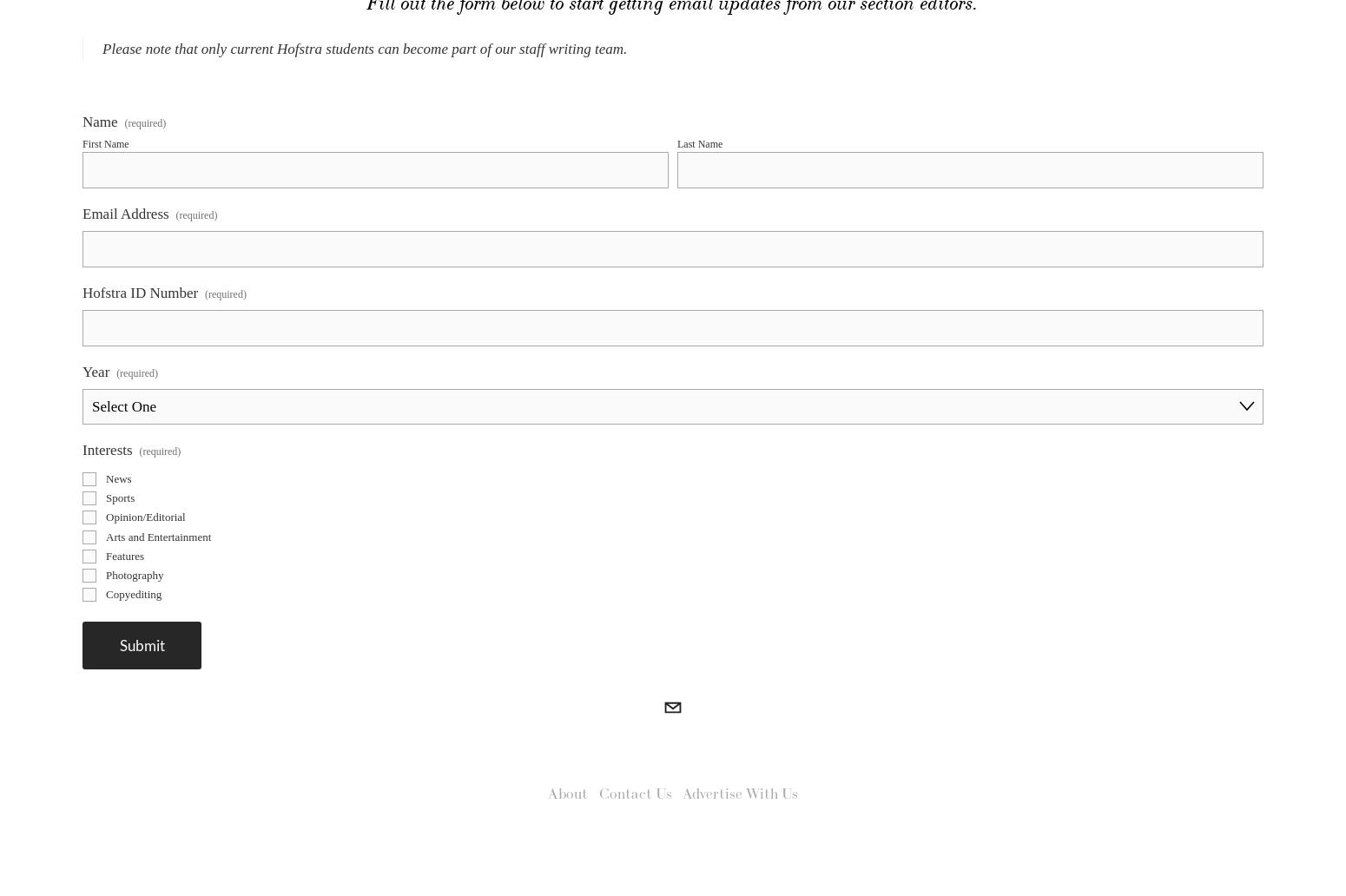  I want to click on 'Email Address', so click(125, 247).